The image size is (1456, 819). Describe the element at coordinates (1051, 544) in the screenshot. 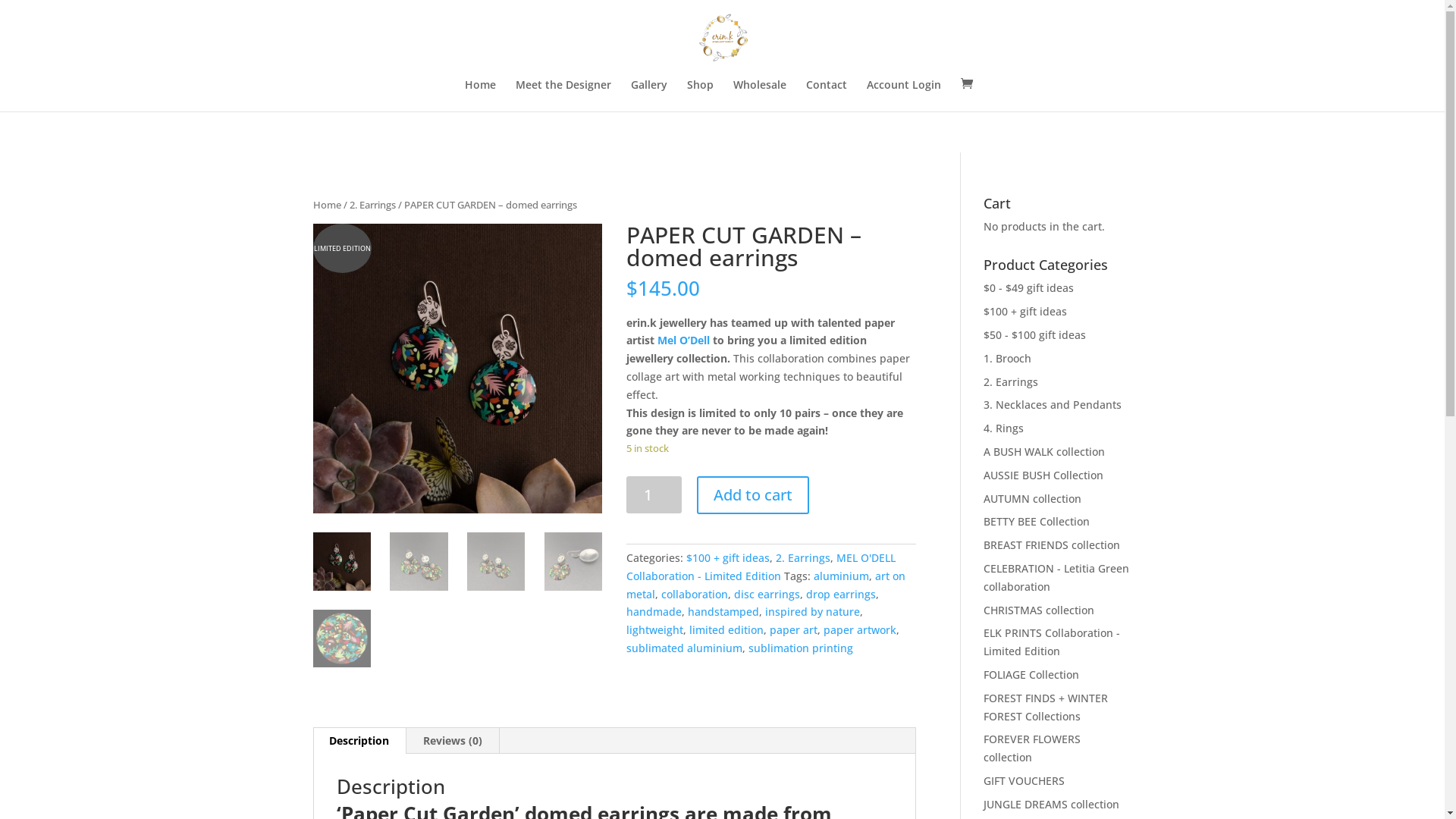

I see `'BREAST FRIENDS collection'` at that location.